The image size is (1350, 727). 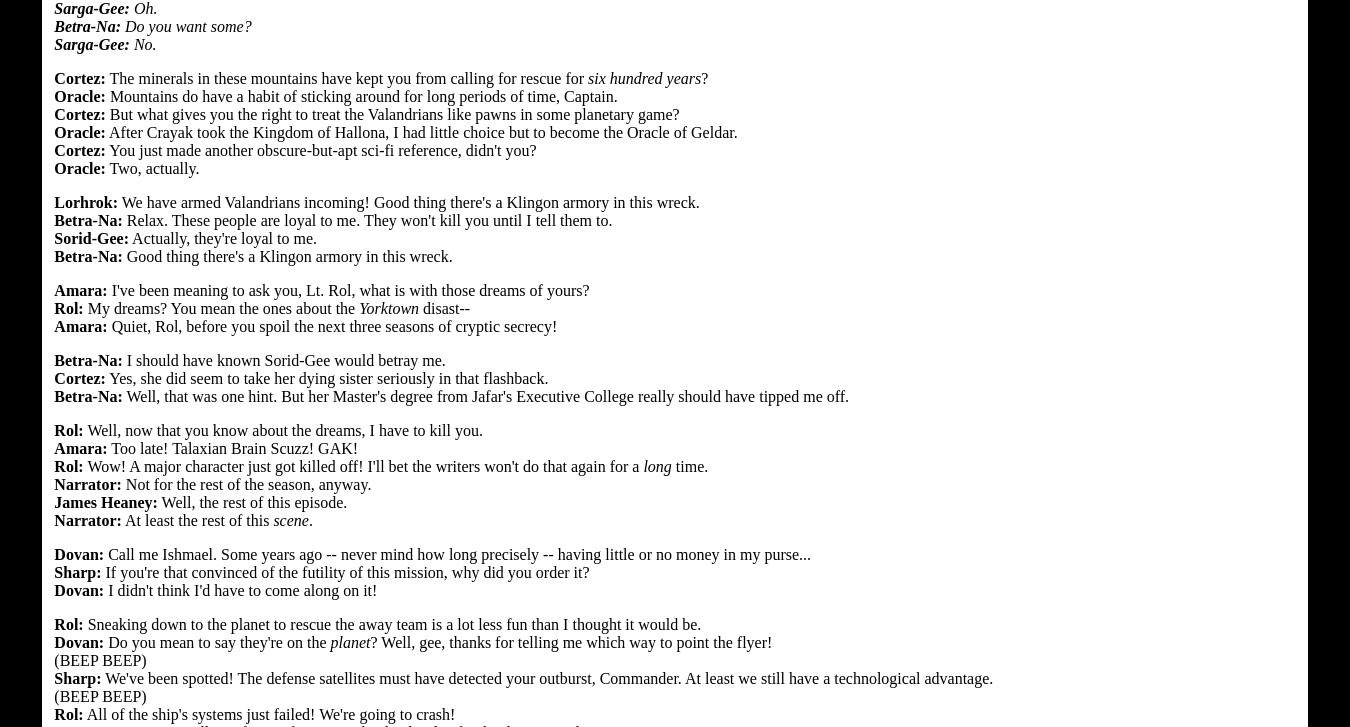 I want to click on 'Not for the rest of the season, anyway.', so click(x=244, y=482).